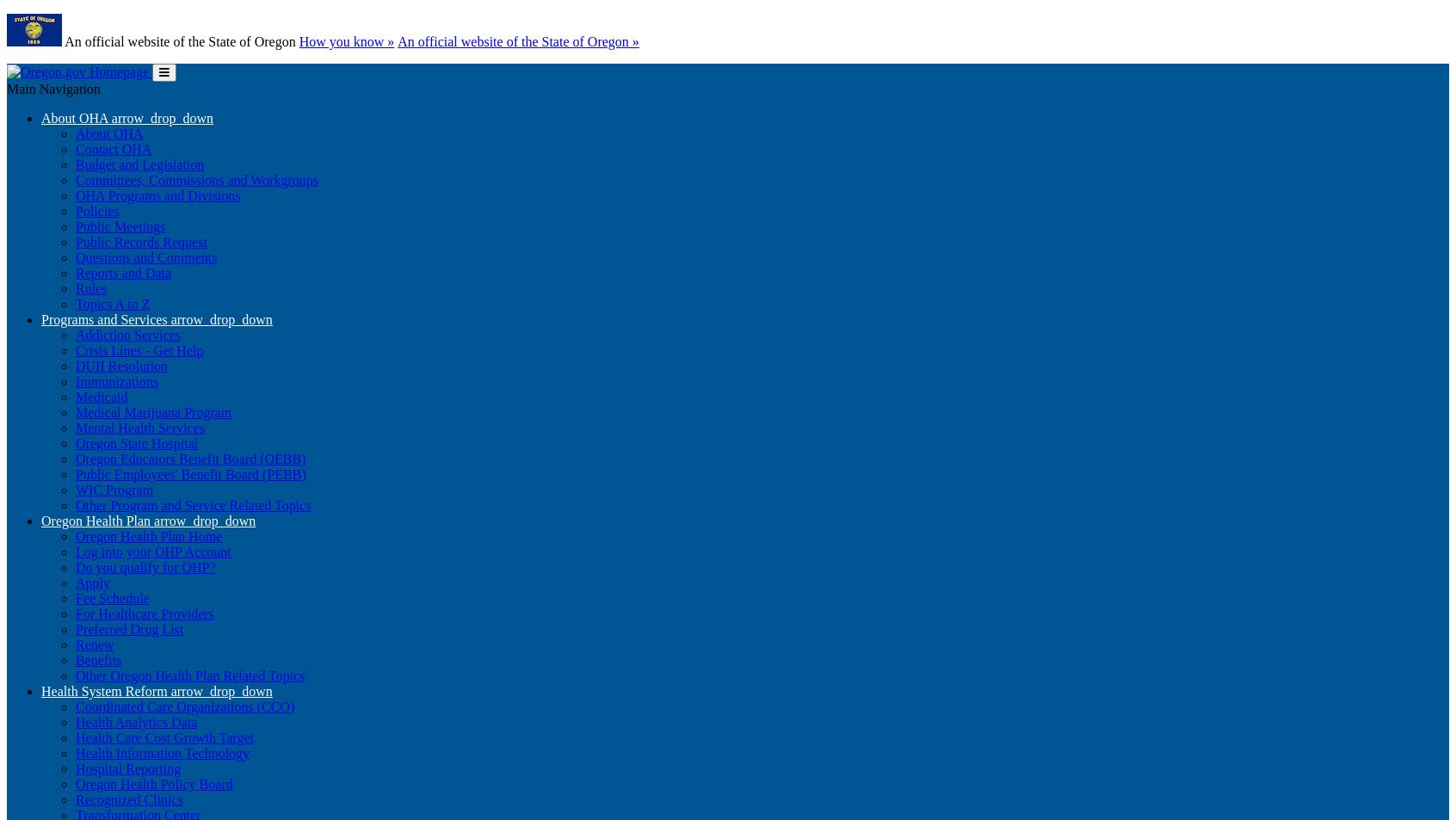 This screenshot has height=820, width=1456. I want to click on 'Medical Marijuana Program', so click(75, 412).